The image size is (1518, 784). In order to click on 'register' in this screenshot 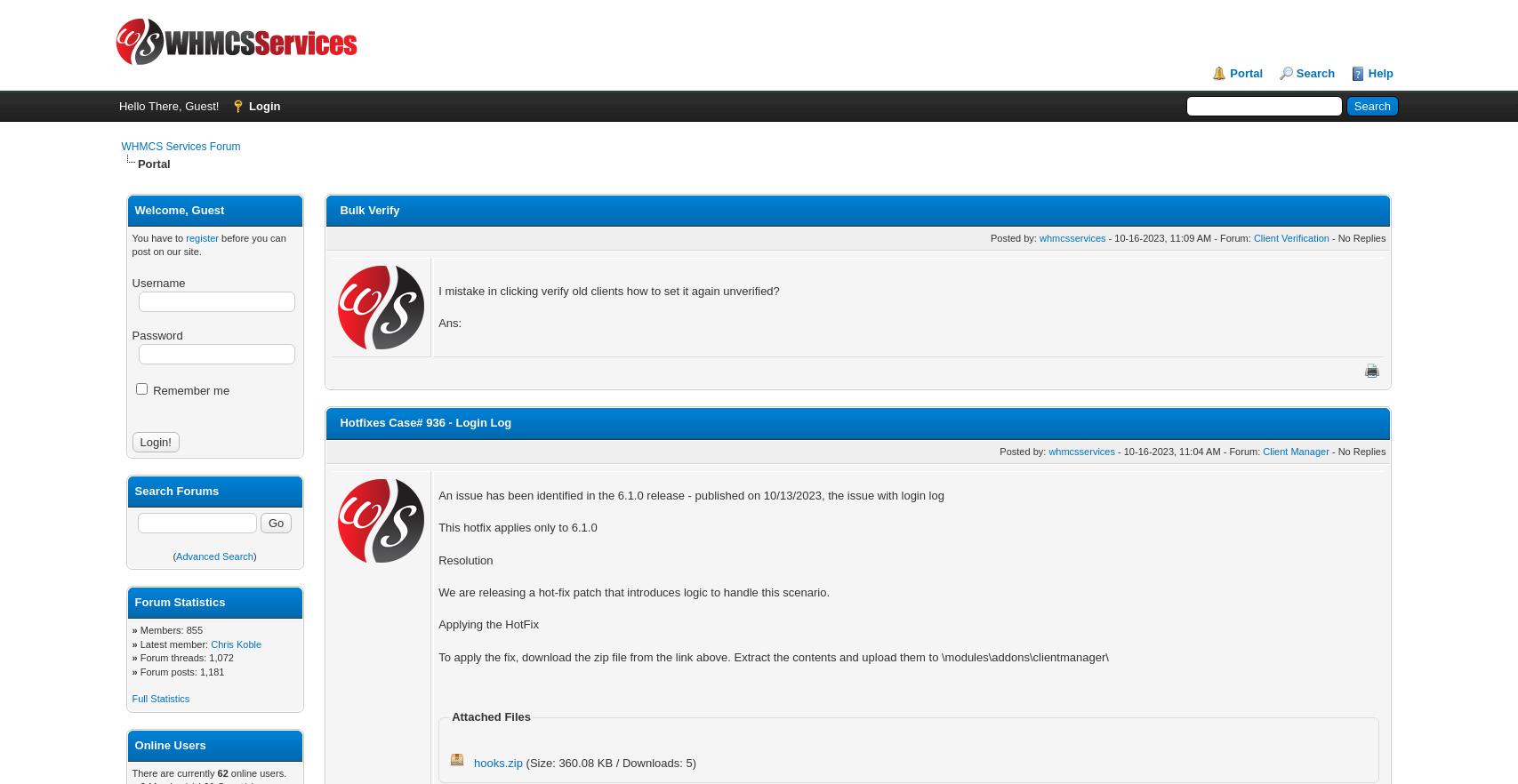, I will do `click(202, 236)`.